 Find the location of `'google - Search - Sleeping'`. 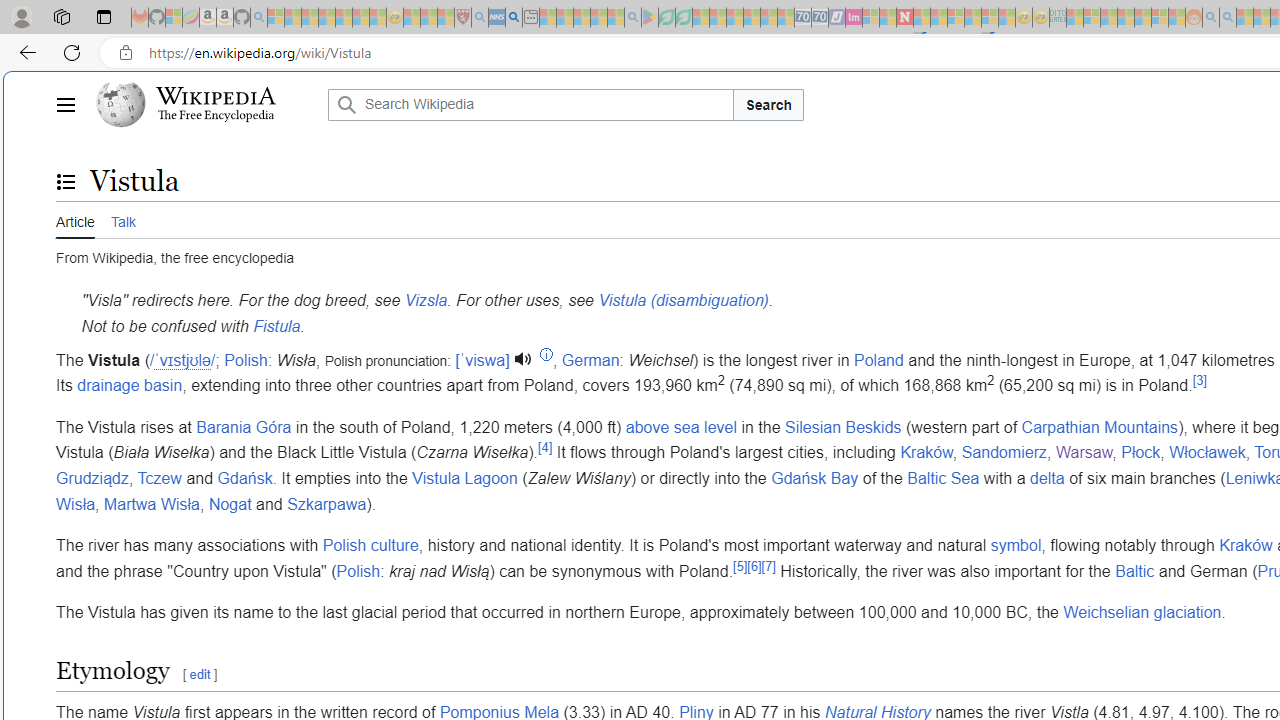

'google - Search - Sleeping' is located at coordinates (631, 17).